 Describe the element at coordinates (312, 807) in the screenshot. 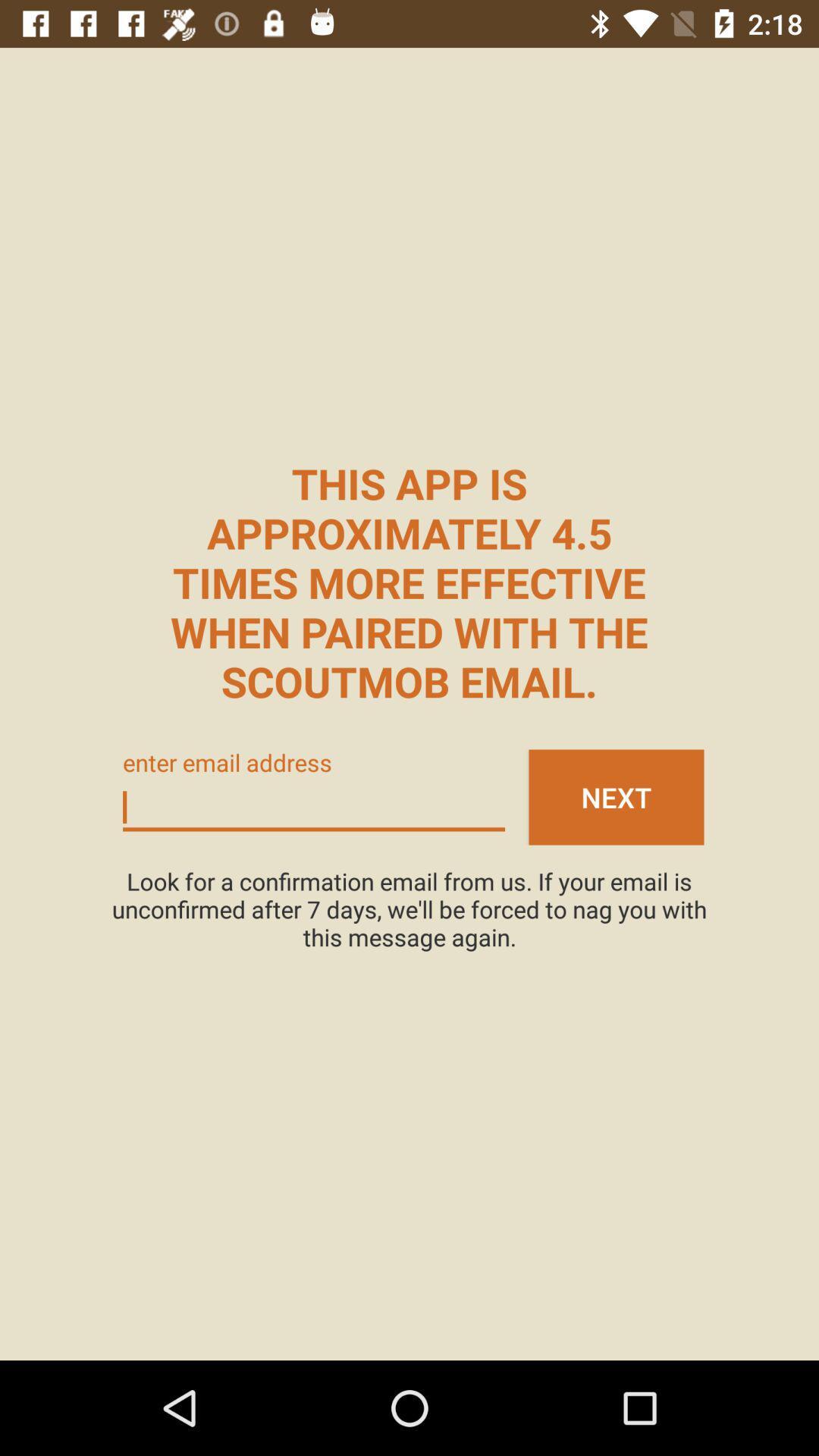

I see `email` at that location.